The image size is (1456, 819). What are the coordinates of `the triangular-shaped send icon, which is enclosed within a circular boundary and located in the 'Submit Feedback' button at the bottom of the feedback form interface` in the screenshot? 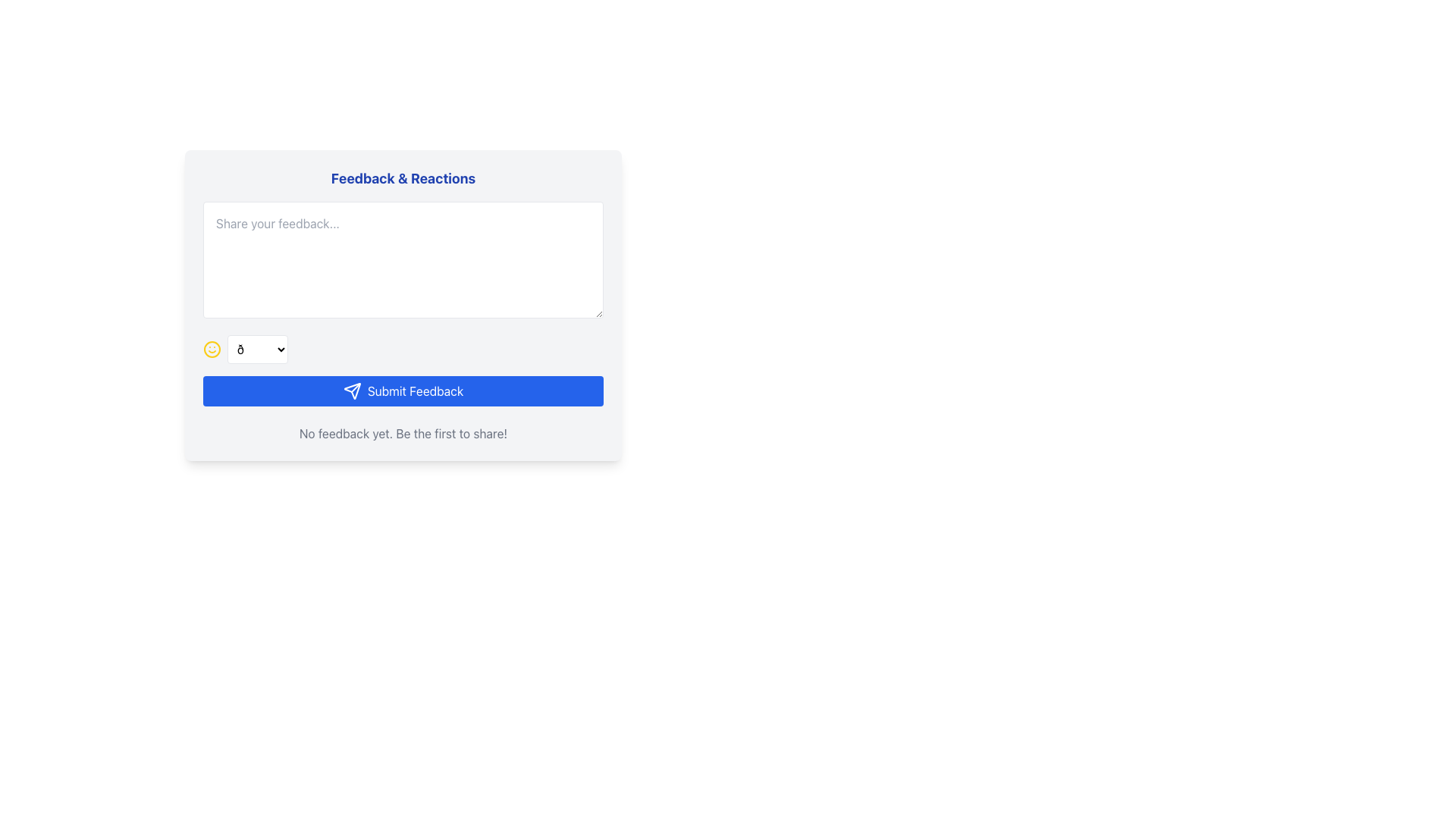 It's located at (351, 391).